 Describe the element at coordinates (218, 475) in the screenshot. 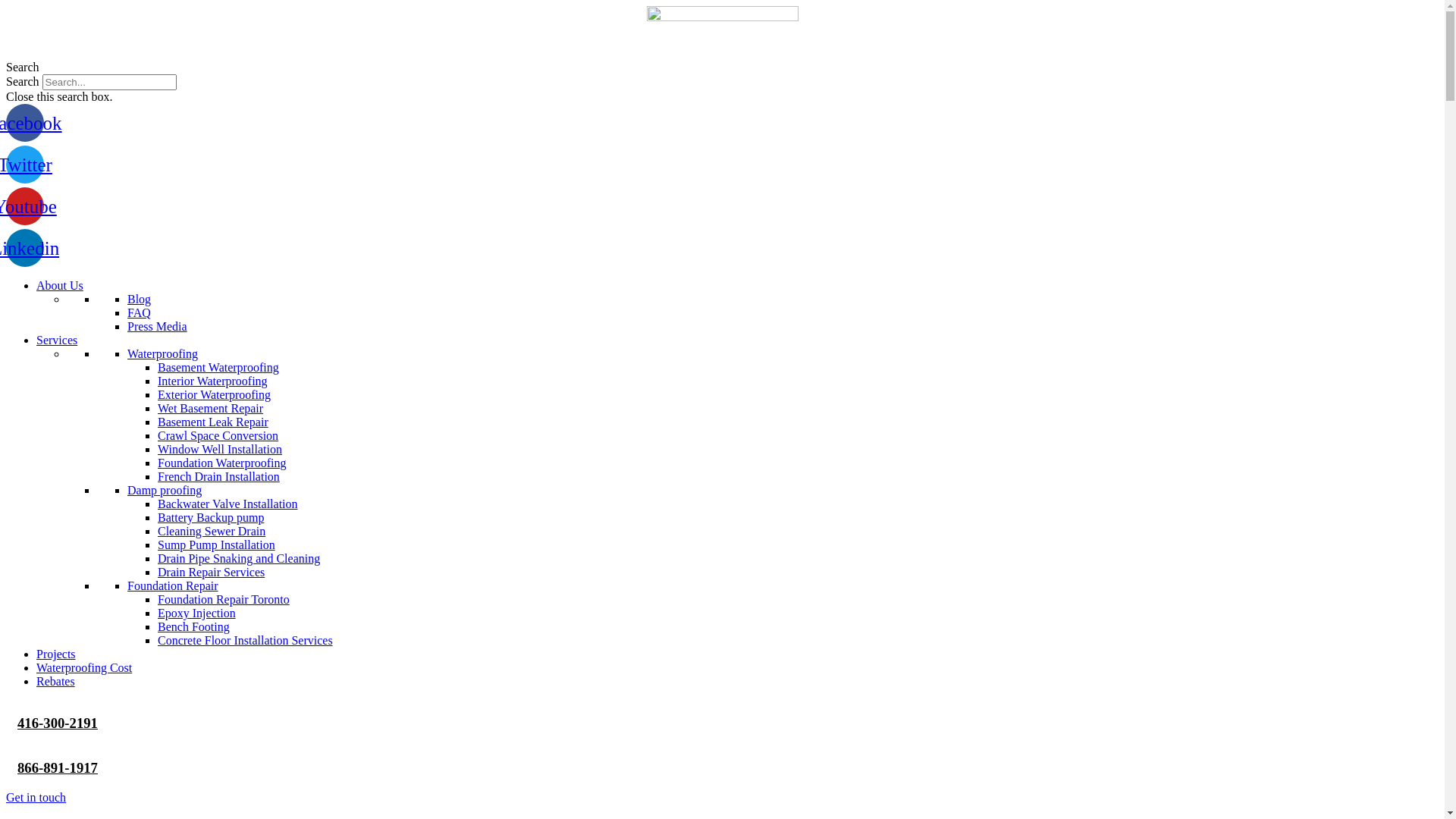

I see `'French Drain Installation'` at that location.